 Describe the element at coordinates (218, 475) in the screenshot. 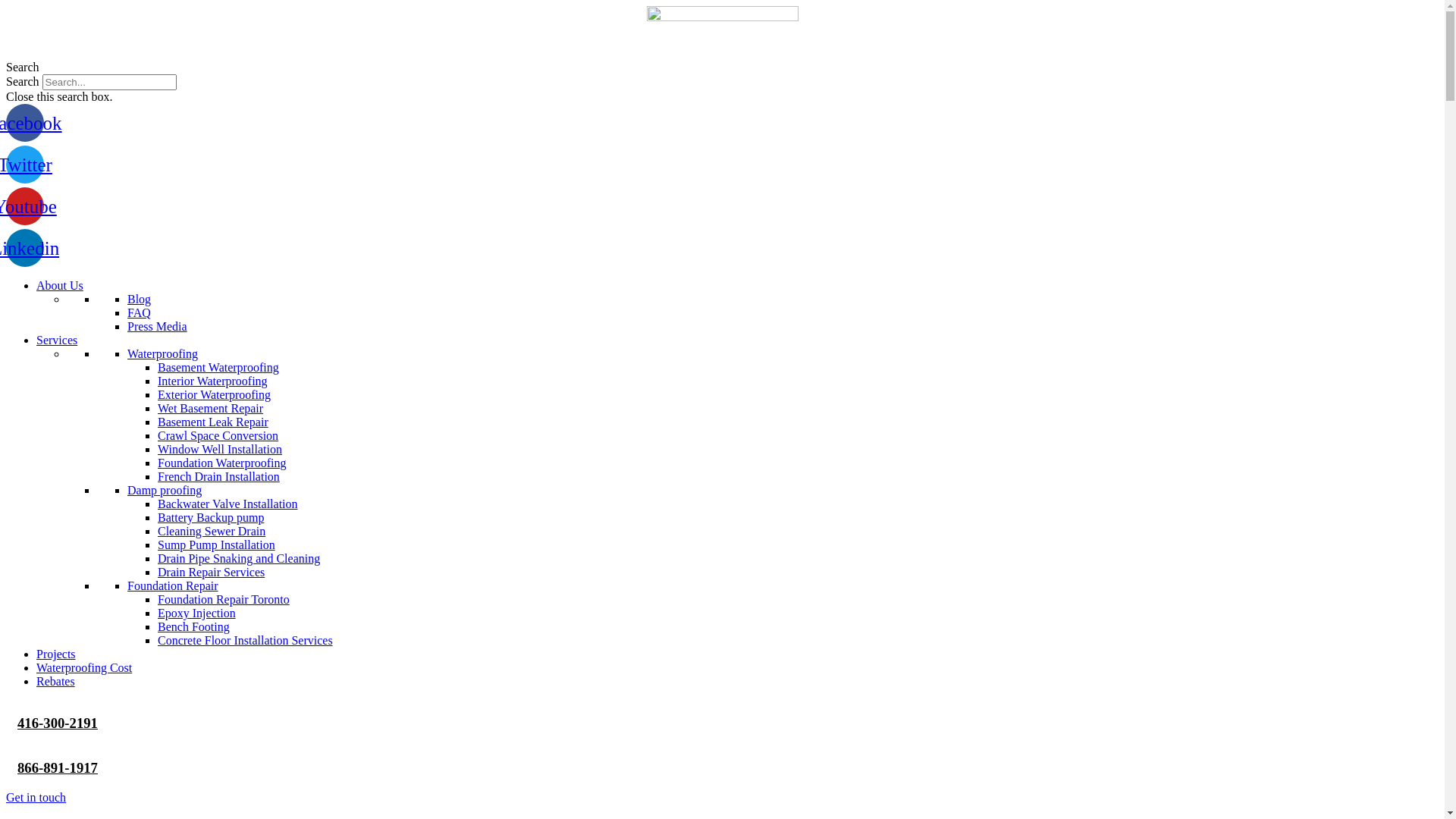

I see `'French Drain Installation'` at that location.